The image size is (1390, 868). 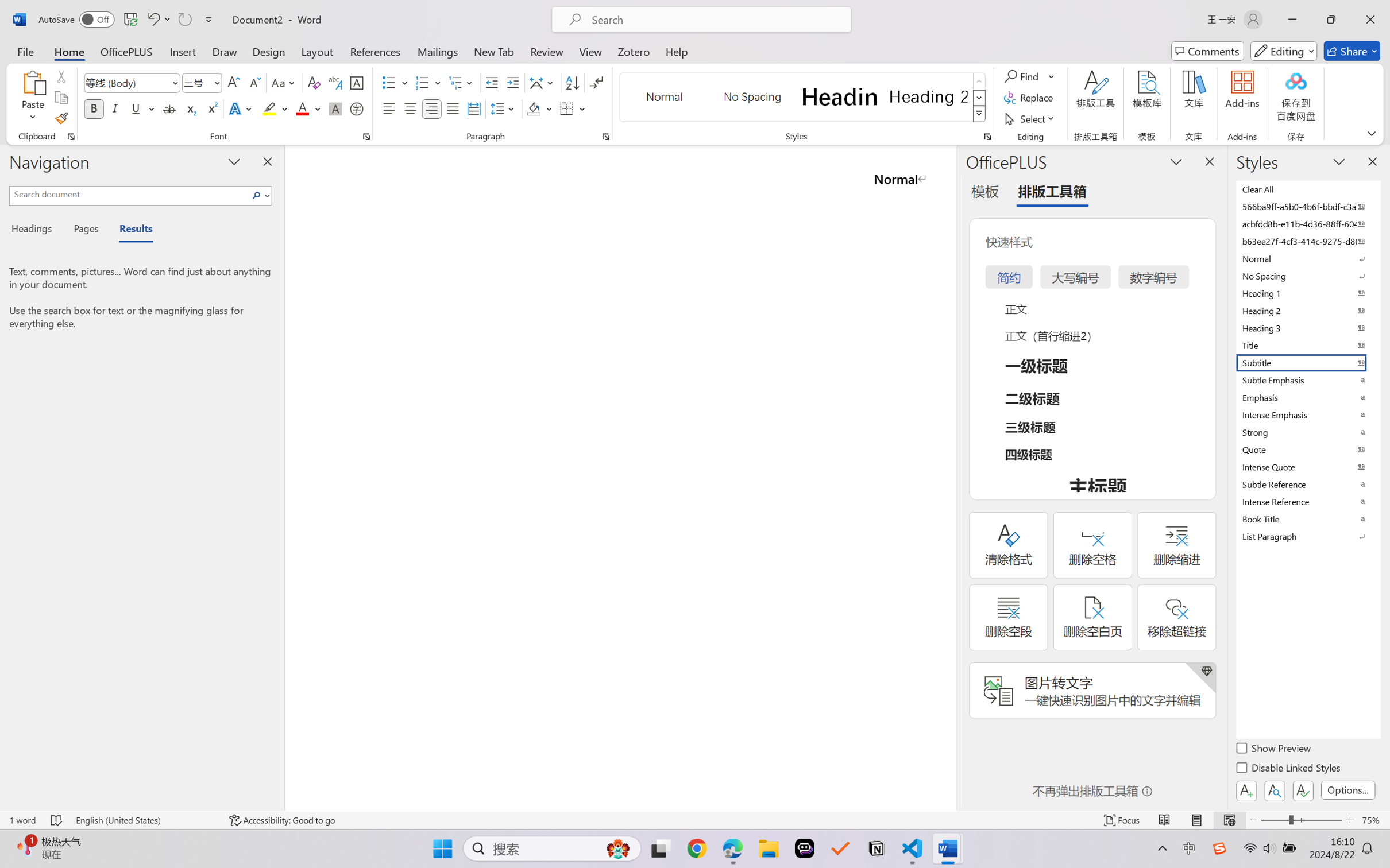 I want to click on 'Styles', so click(x=978, y=114).